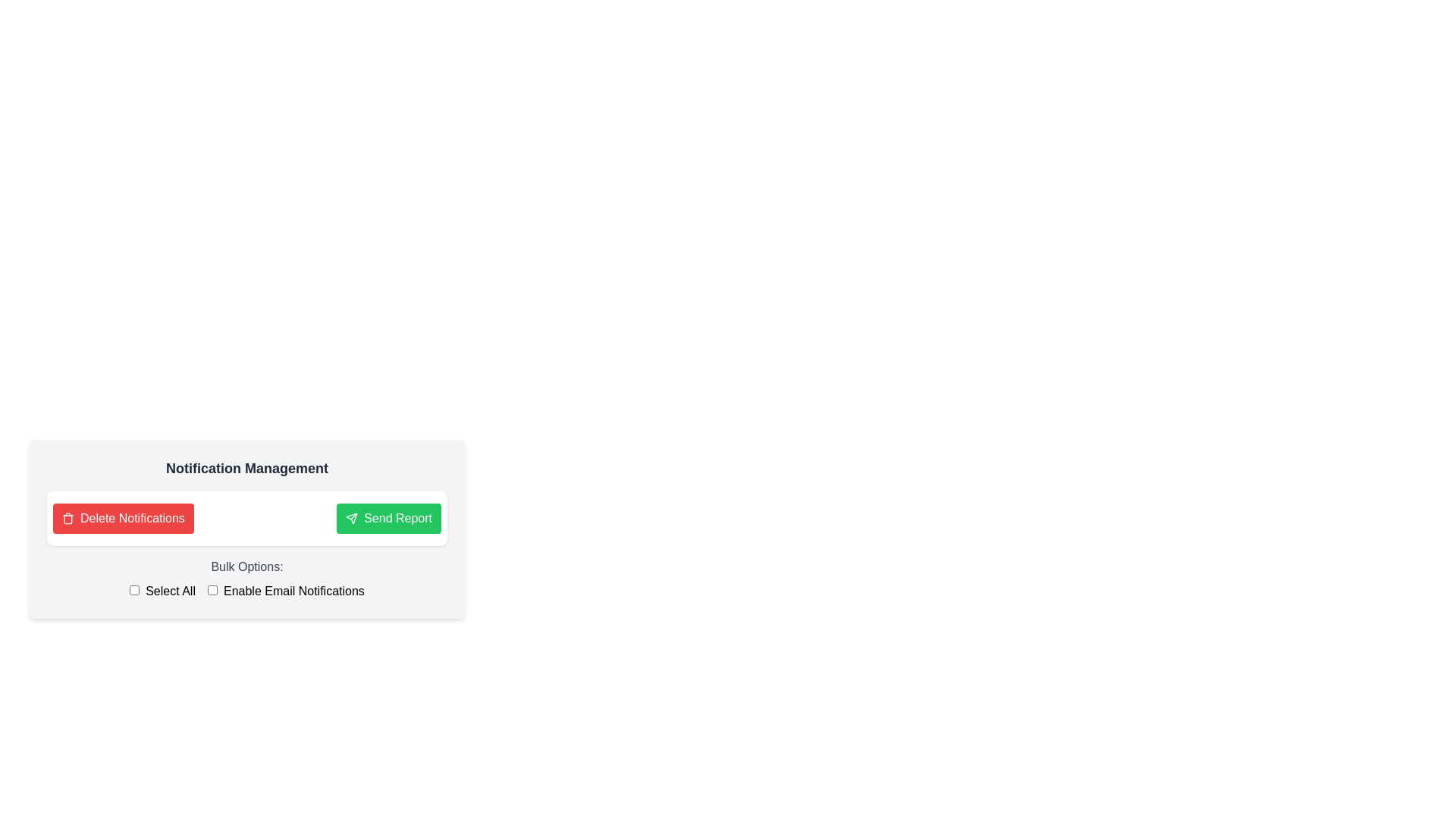 This screenshot has height=819, width=1456. I want to click on the paper plane icon located within the green 'Send Report' button, which is positioned on the top right of the 'Notification Management' area, next to the red 'Delete Notifications' button, so click(351, 517).